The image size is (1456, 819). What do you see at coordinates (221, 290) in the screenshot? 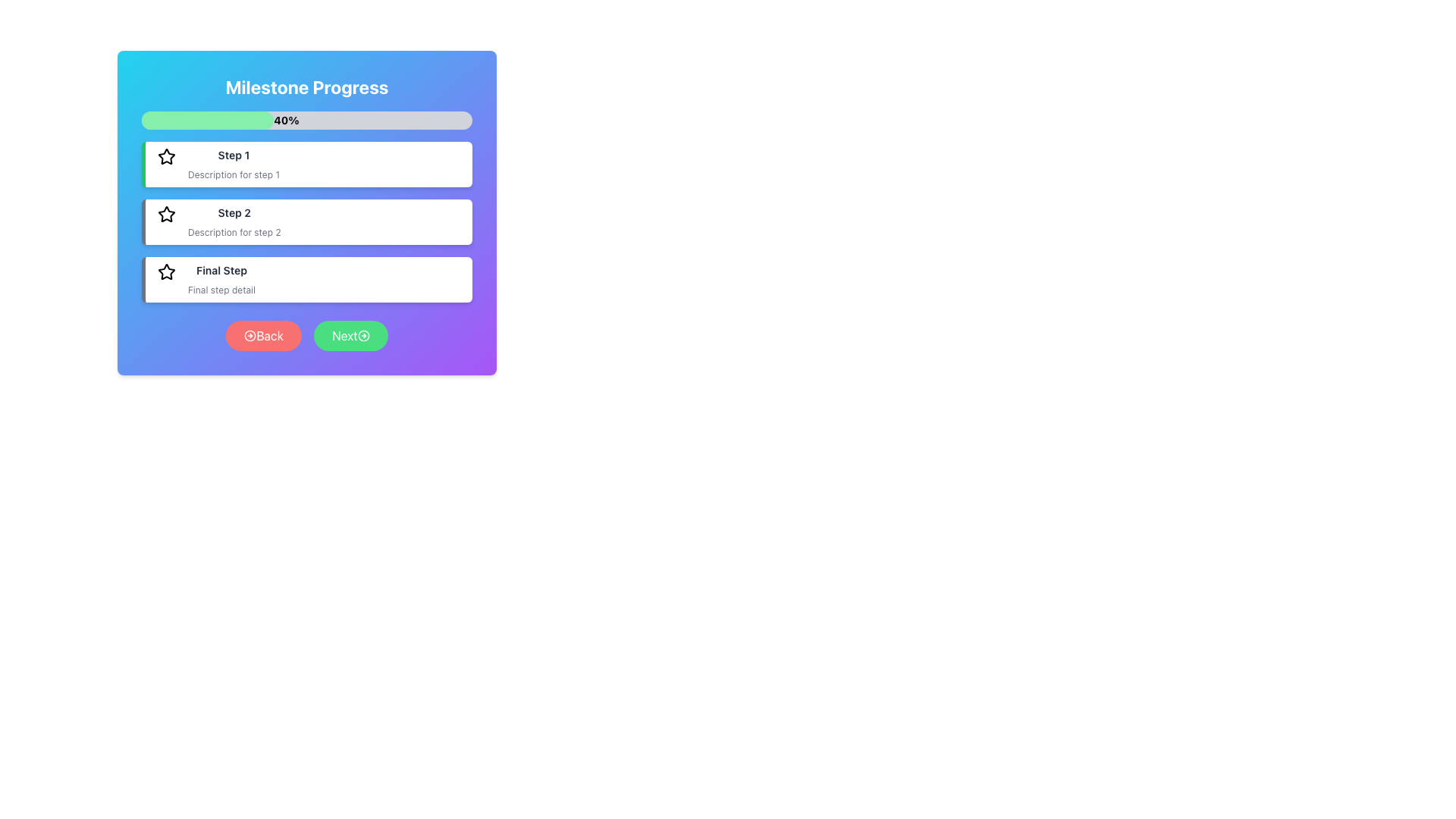
I see `text label that provides additional information about the 'Final Step' in the progress sequence, located below the title text 'Final Step'` at bounding box center [221, 290].